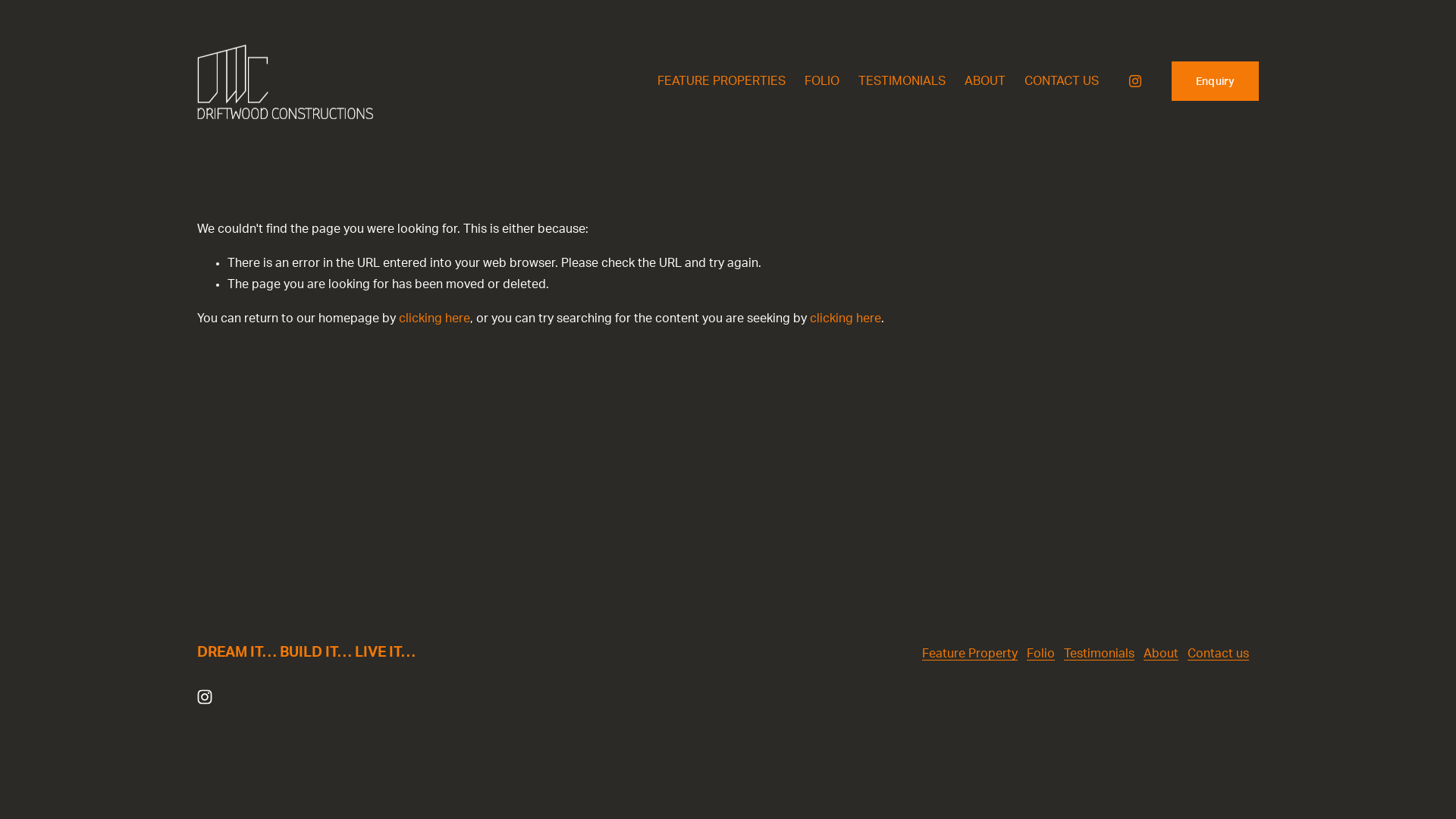 This screenshot has width=1456, height=819. Describe the element at coordinates (921, 653) in the screenshot. I see `'Feature Property'` at that location.